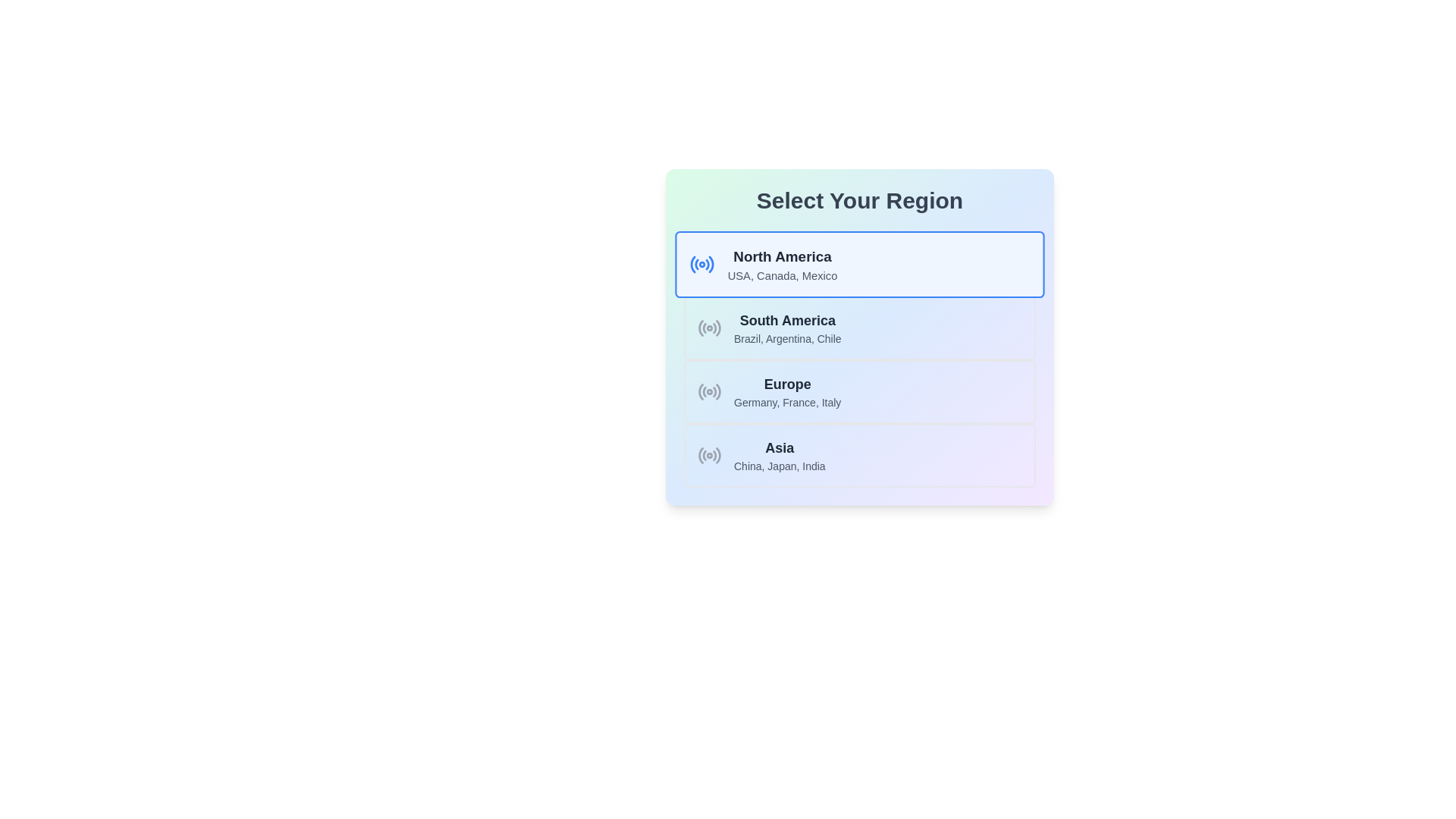  What do you see at coordinates (709, 391) in the screenshot?
I see `the state of the icon representing the 'Europe' region selection option, located to the left within the selection options` at bounding box center [709, 391].